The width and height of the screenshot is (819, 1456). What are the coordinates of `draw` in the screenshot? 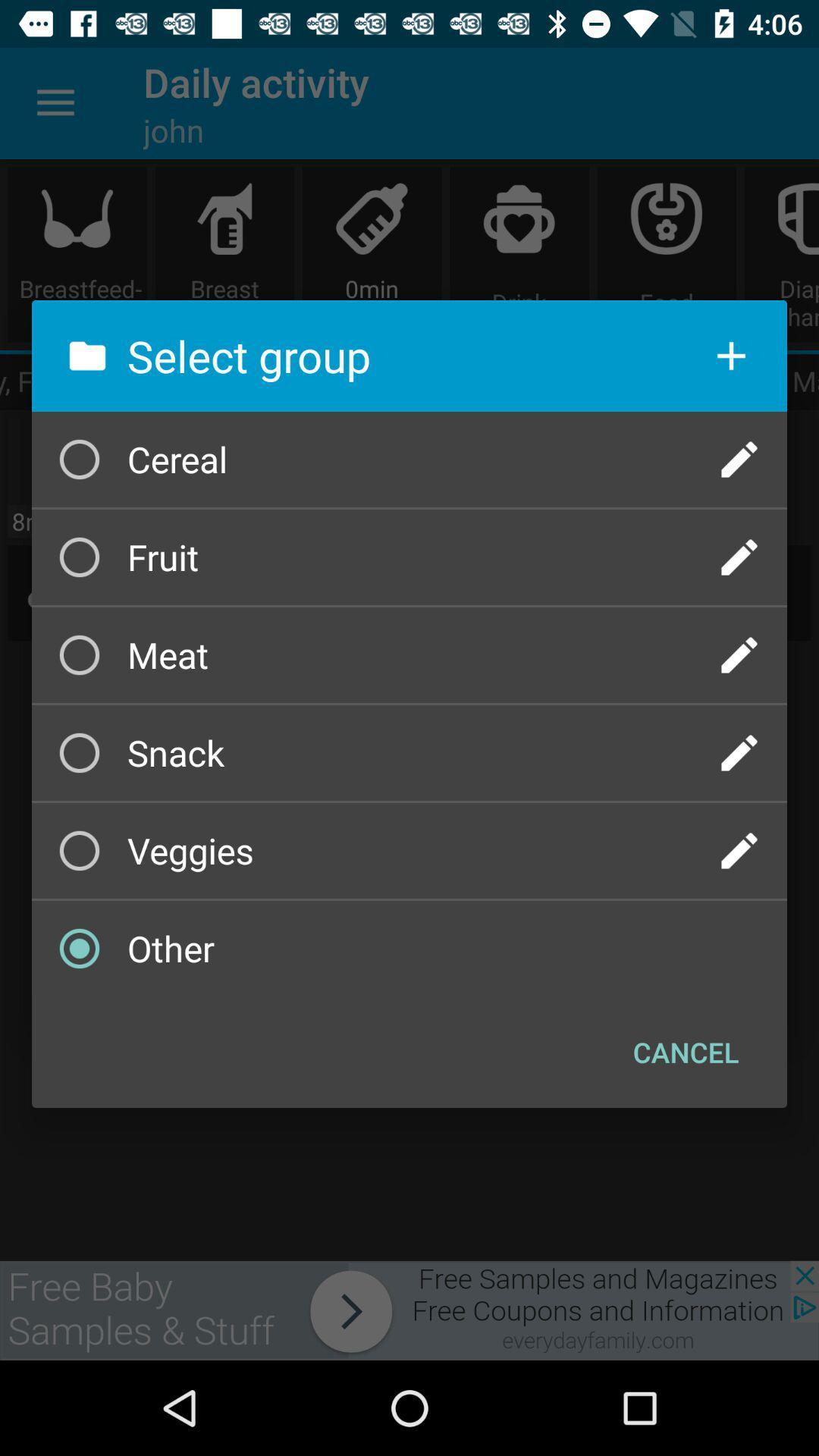 It's located at (739, 753).